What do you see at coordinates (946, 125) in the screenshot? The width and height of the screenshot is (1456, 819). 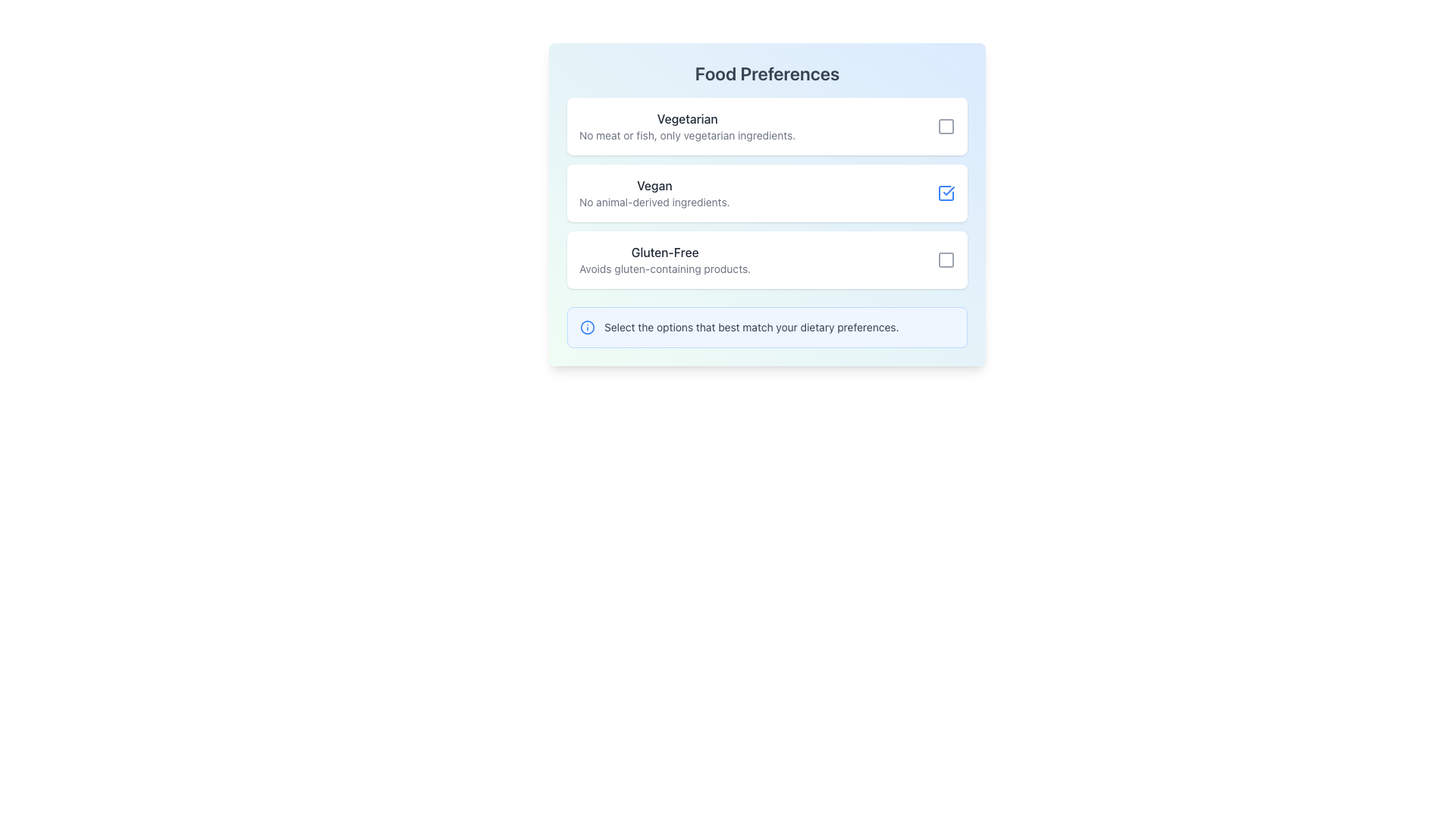 I see `the checkbox for the 'Vegetarian' preference` at bounding box center [946, 125].